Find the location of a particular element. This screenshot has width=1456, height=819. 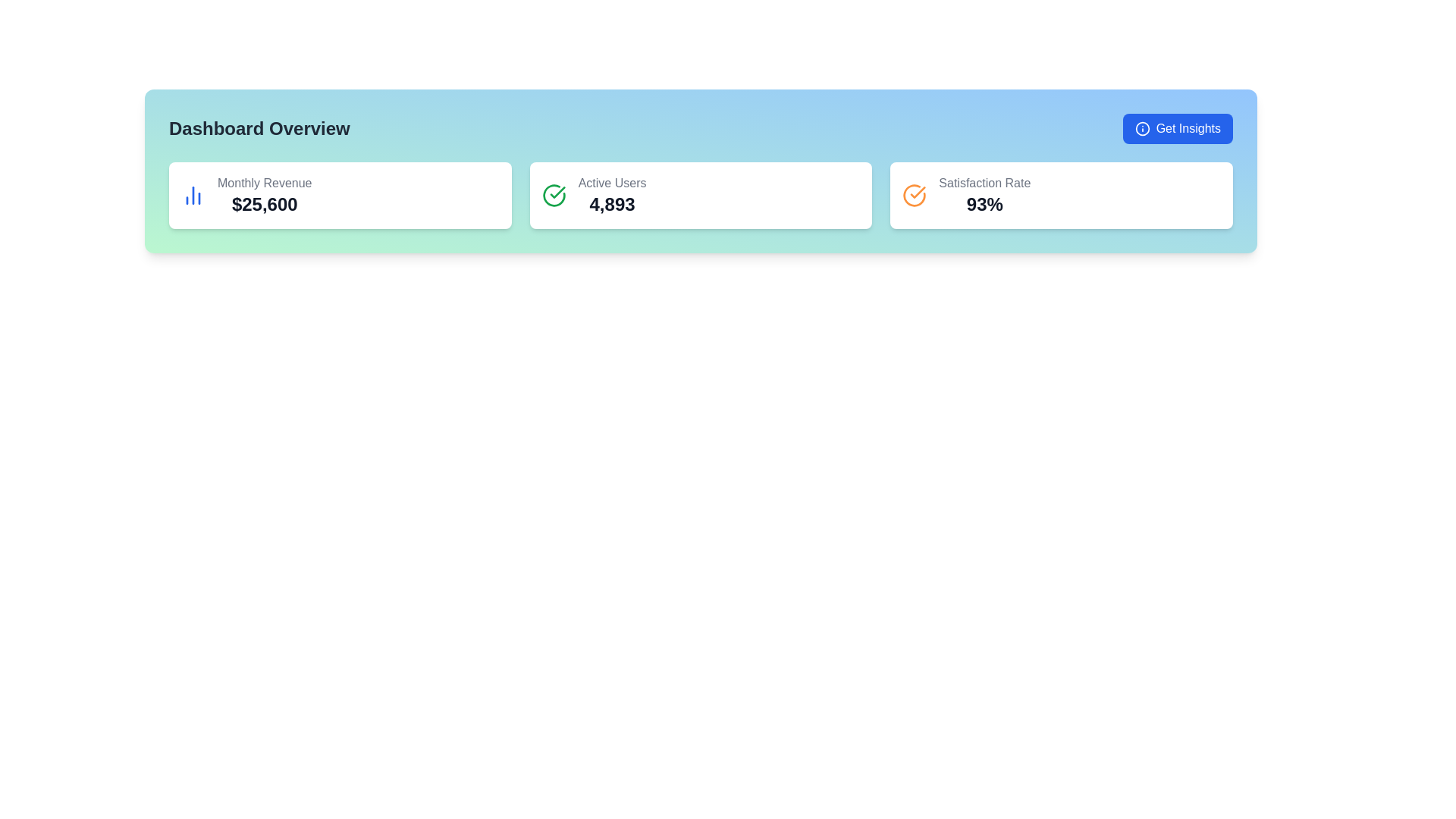

the circular icon component located to the left of the 'Get Insights' text within the button in the top right of the dashboard overview section is located at coordinates (1142, 127).